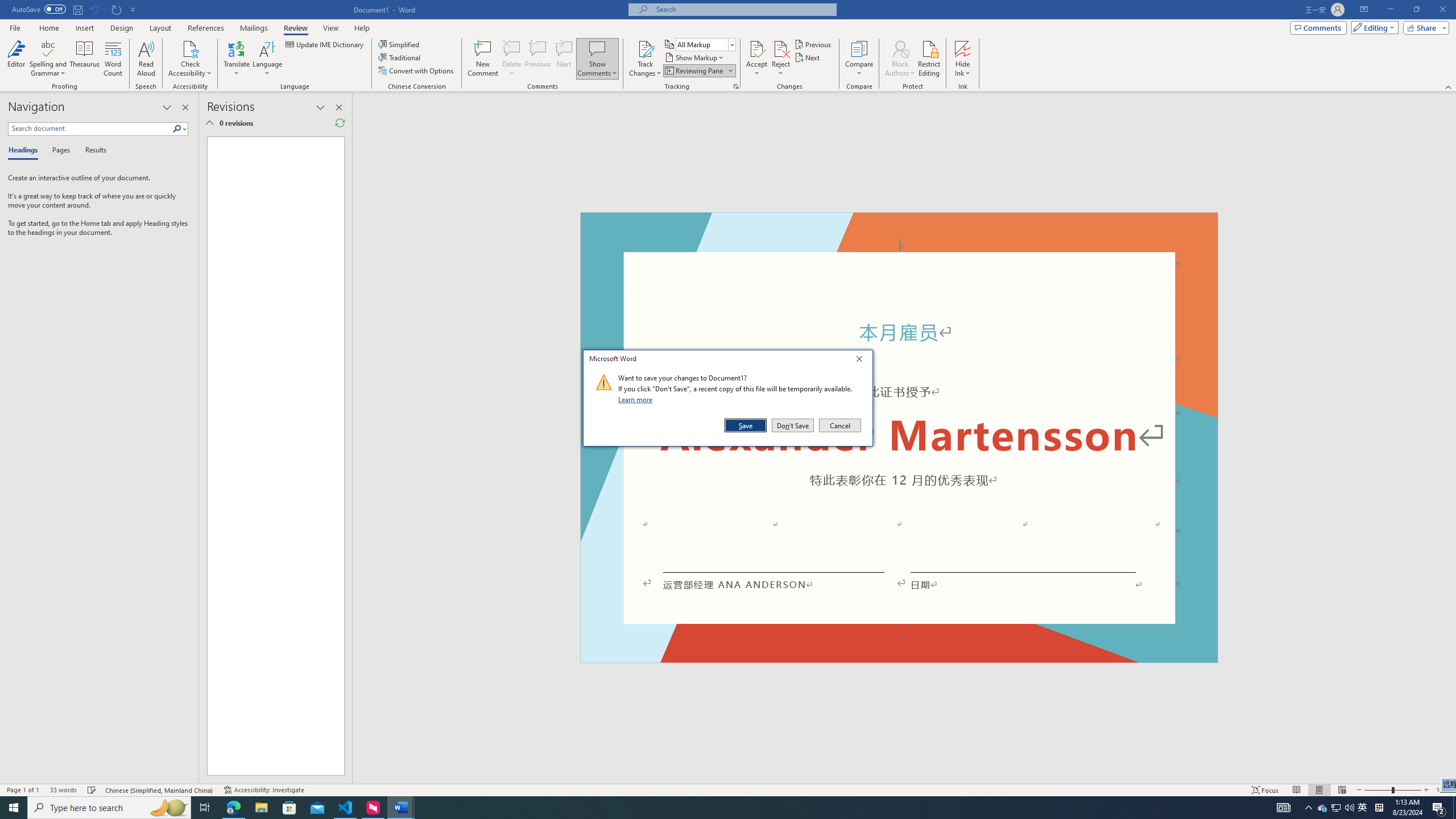  Describe the element at coordinates (644, 48) in the screenshot. I see `'Track Changes'` at that location.